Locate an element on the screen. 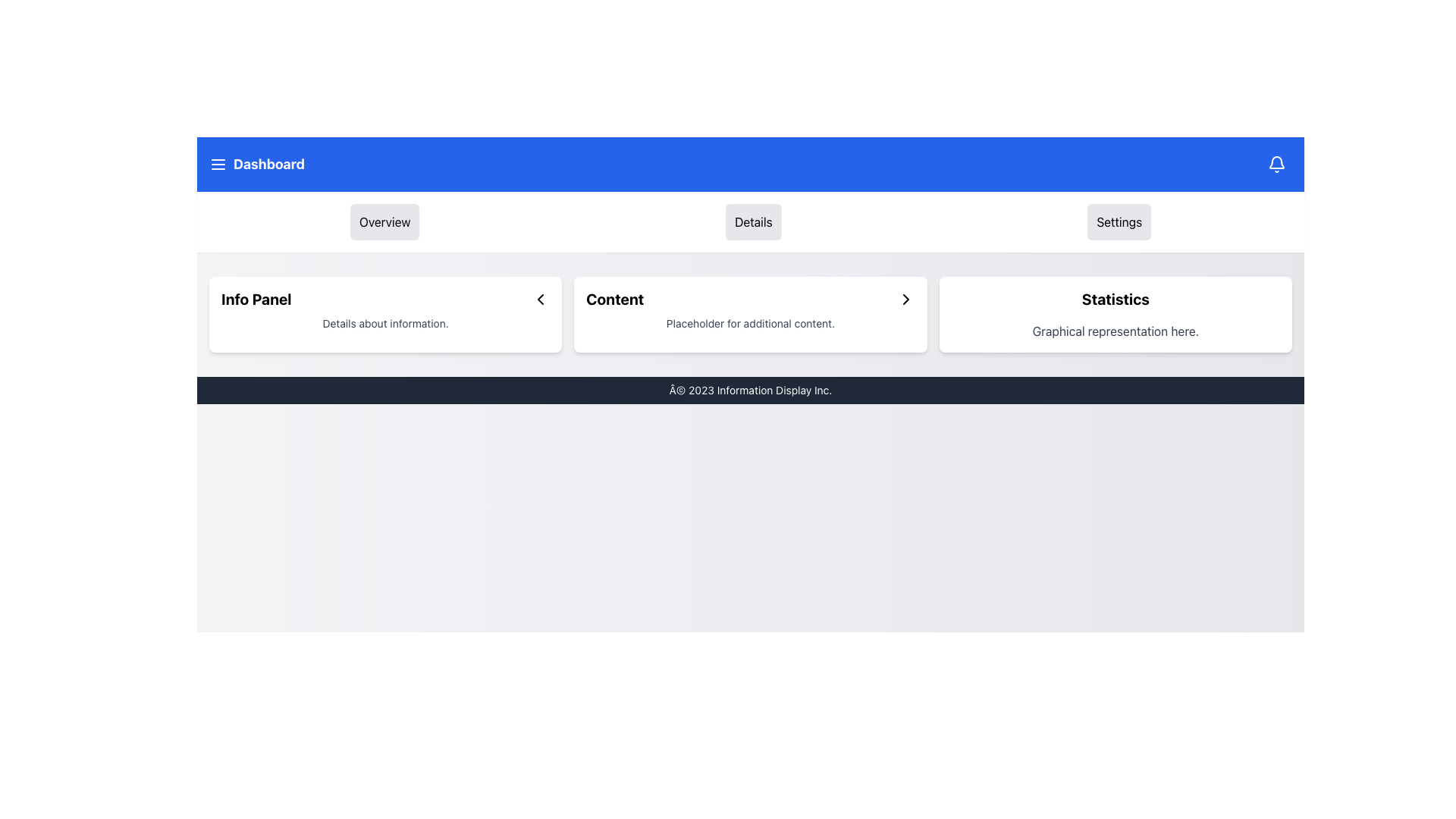 The width and height of the screenshot is (1456, 819). the Navigation bar located at the top of the page is located at coordinates (750, 164).